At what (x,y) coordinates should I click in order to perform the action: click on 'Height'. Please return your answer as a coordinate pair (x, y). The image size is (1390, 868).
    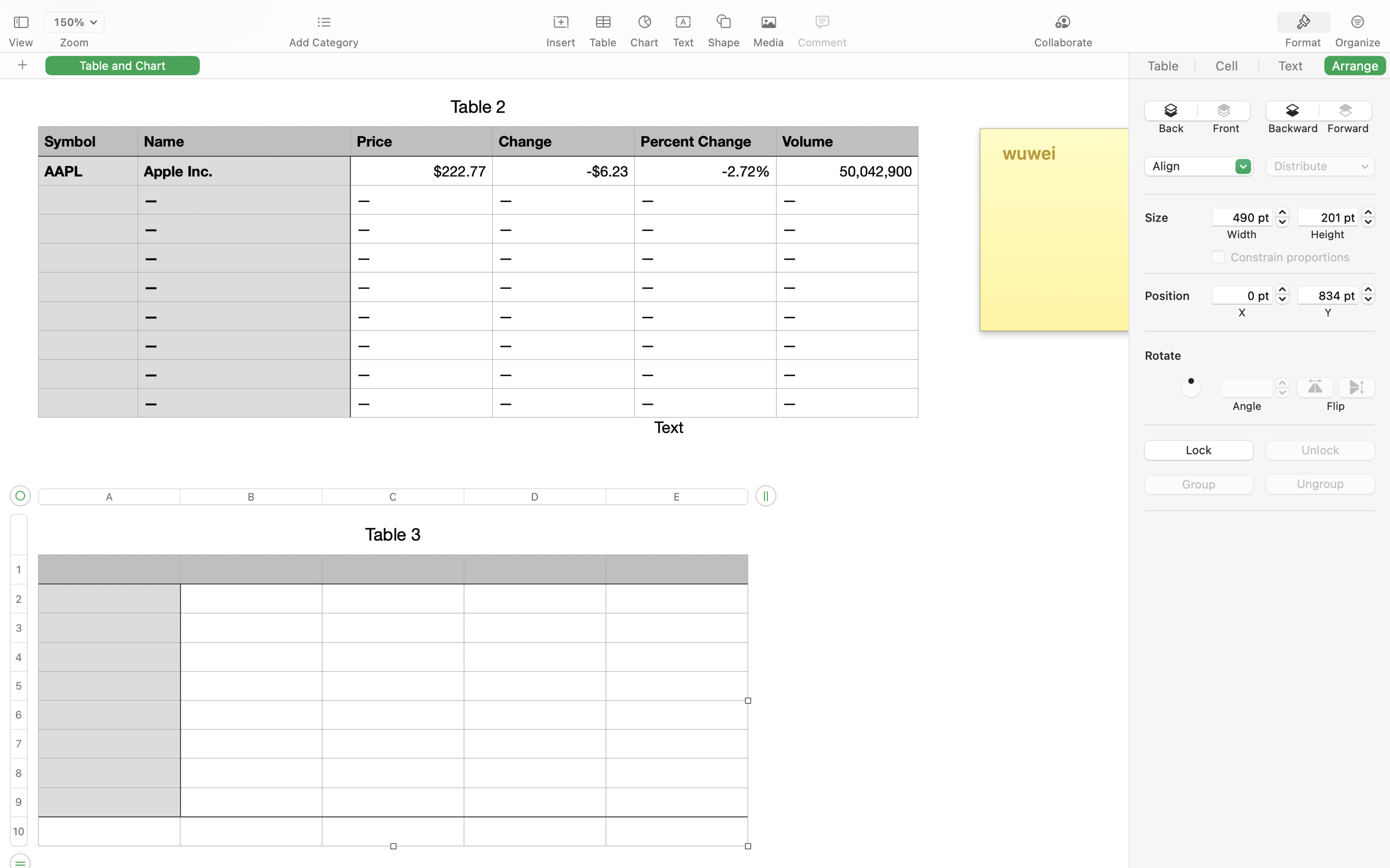
    Looking at the image, I should click on (1327, 234).